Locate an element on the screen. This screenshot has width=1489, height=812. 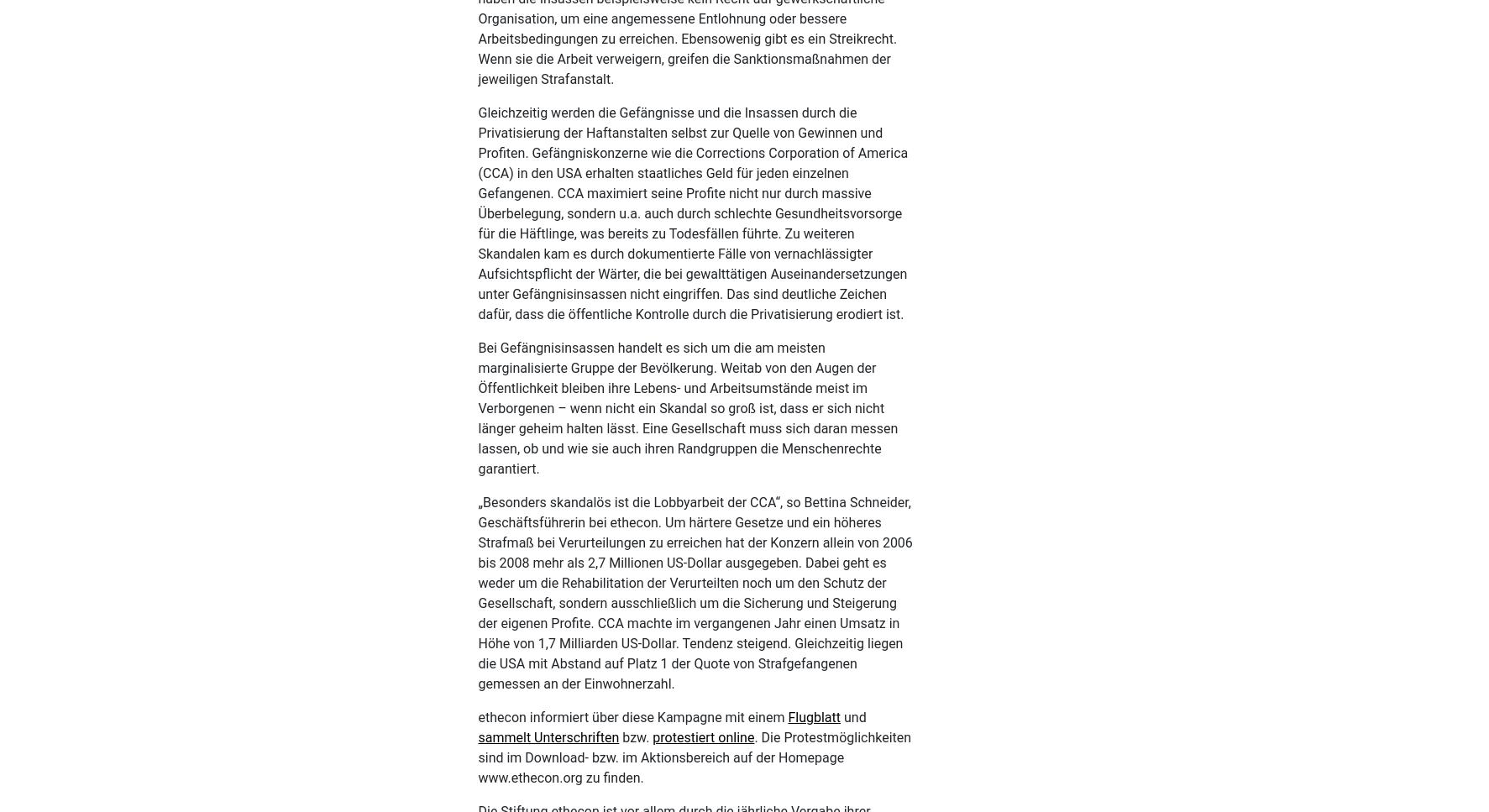
'/Venezuela (2008),' is located at coordinates (579, 149).